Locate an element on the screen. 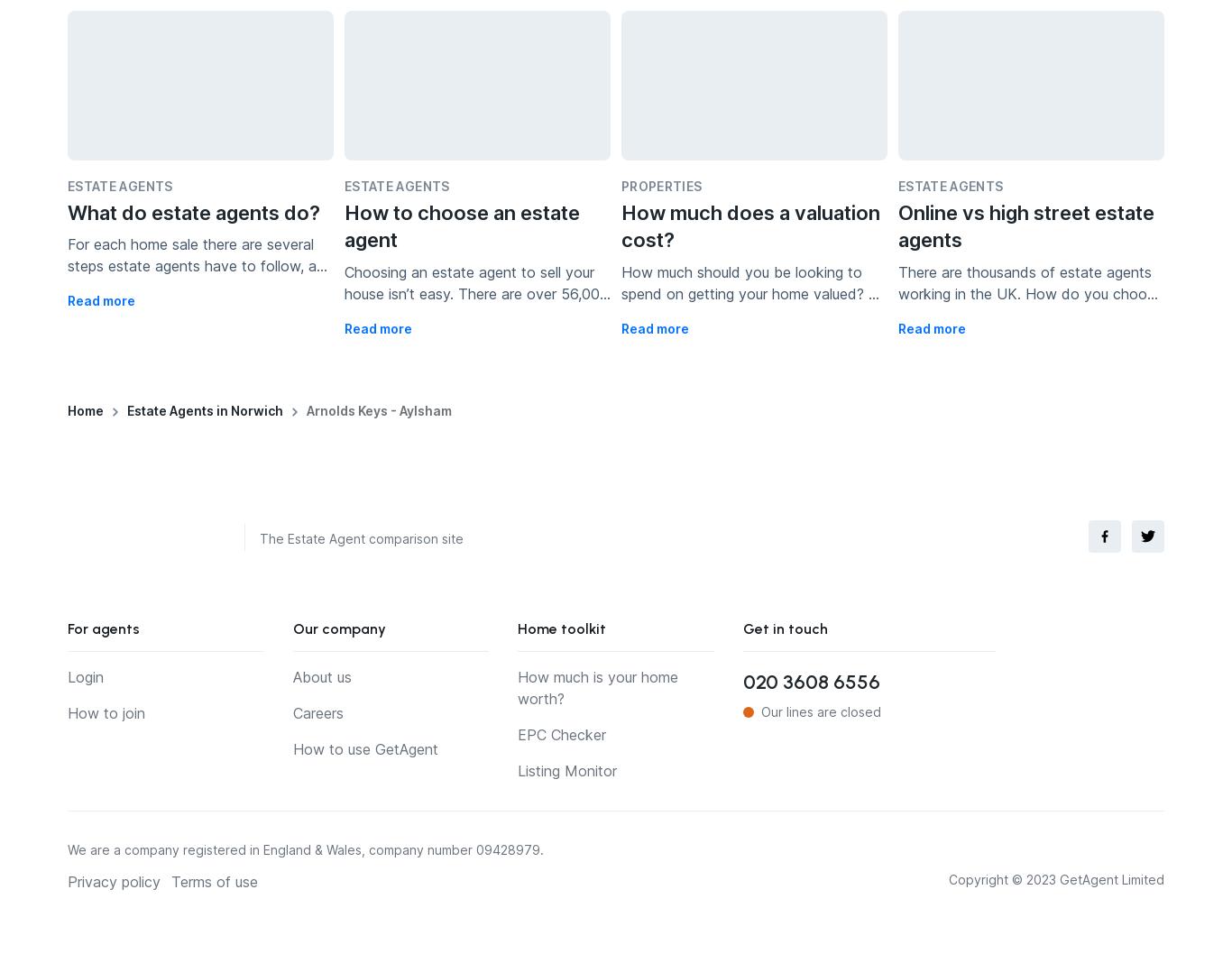 The image size is (1232, 963). 'EPC Checker' is located at coordinates (561, 733).